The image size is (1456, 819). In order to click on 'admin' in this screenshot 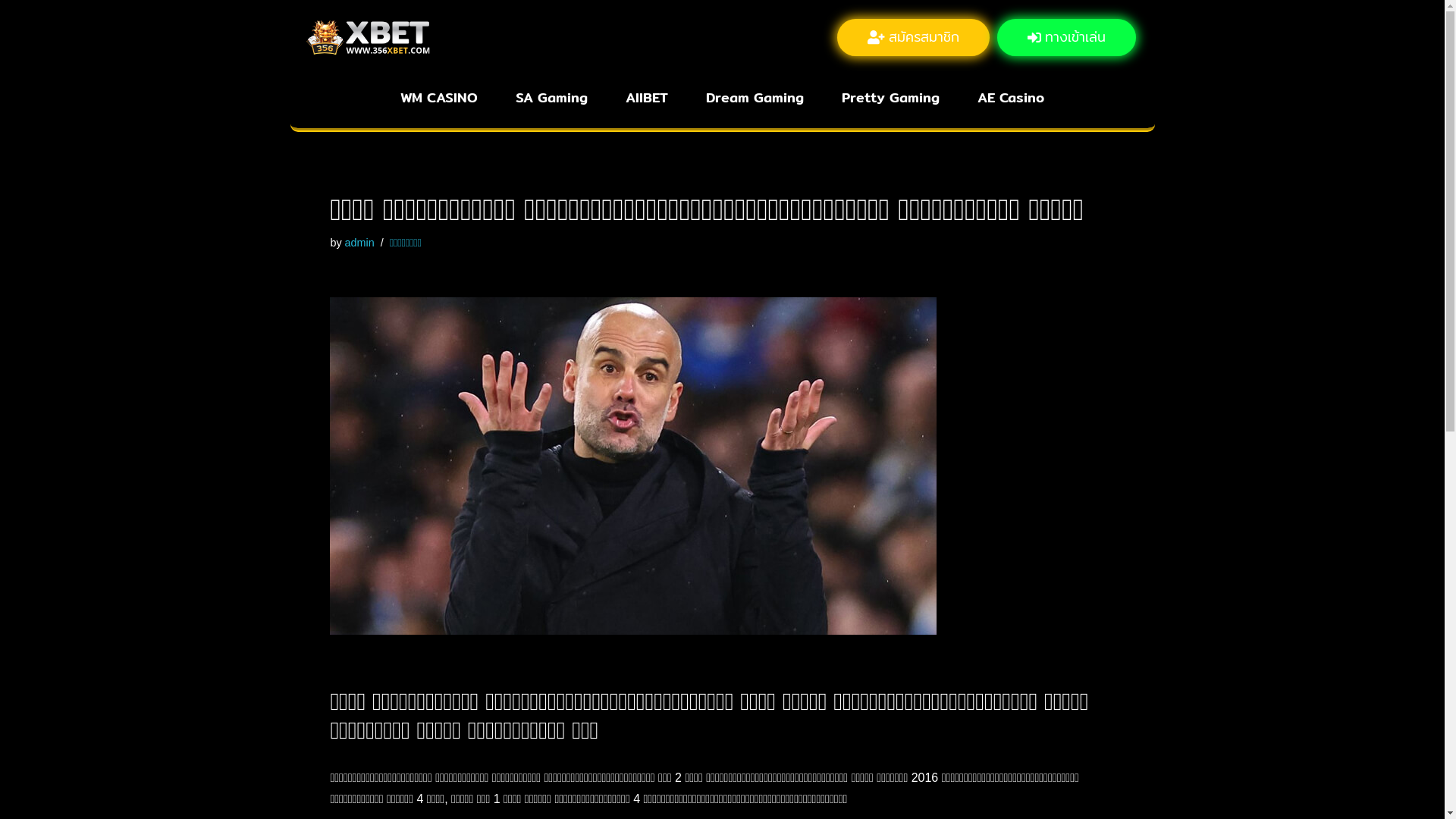, I will do `click(359, 242)`.